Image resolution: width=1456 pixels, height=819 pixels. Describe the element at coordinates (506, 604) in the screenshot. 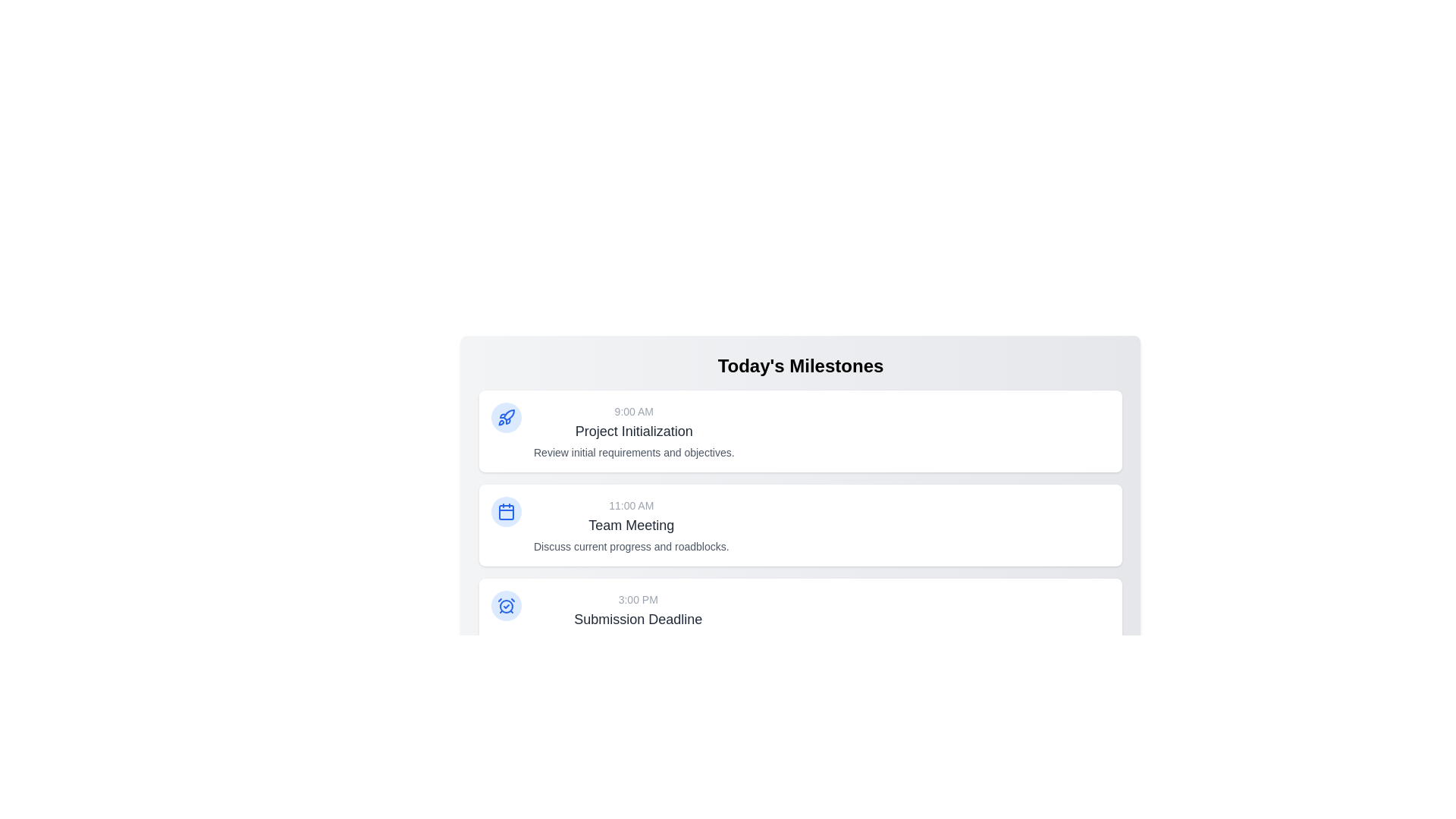

I see `the blue alarm clock icon with a check mark inside, which is associated with the 'Submission Deadline' milestone at 3:00 PM in the task tracking list` at that location.